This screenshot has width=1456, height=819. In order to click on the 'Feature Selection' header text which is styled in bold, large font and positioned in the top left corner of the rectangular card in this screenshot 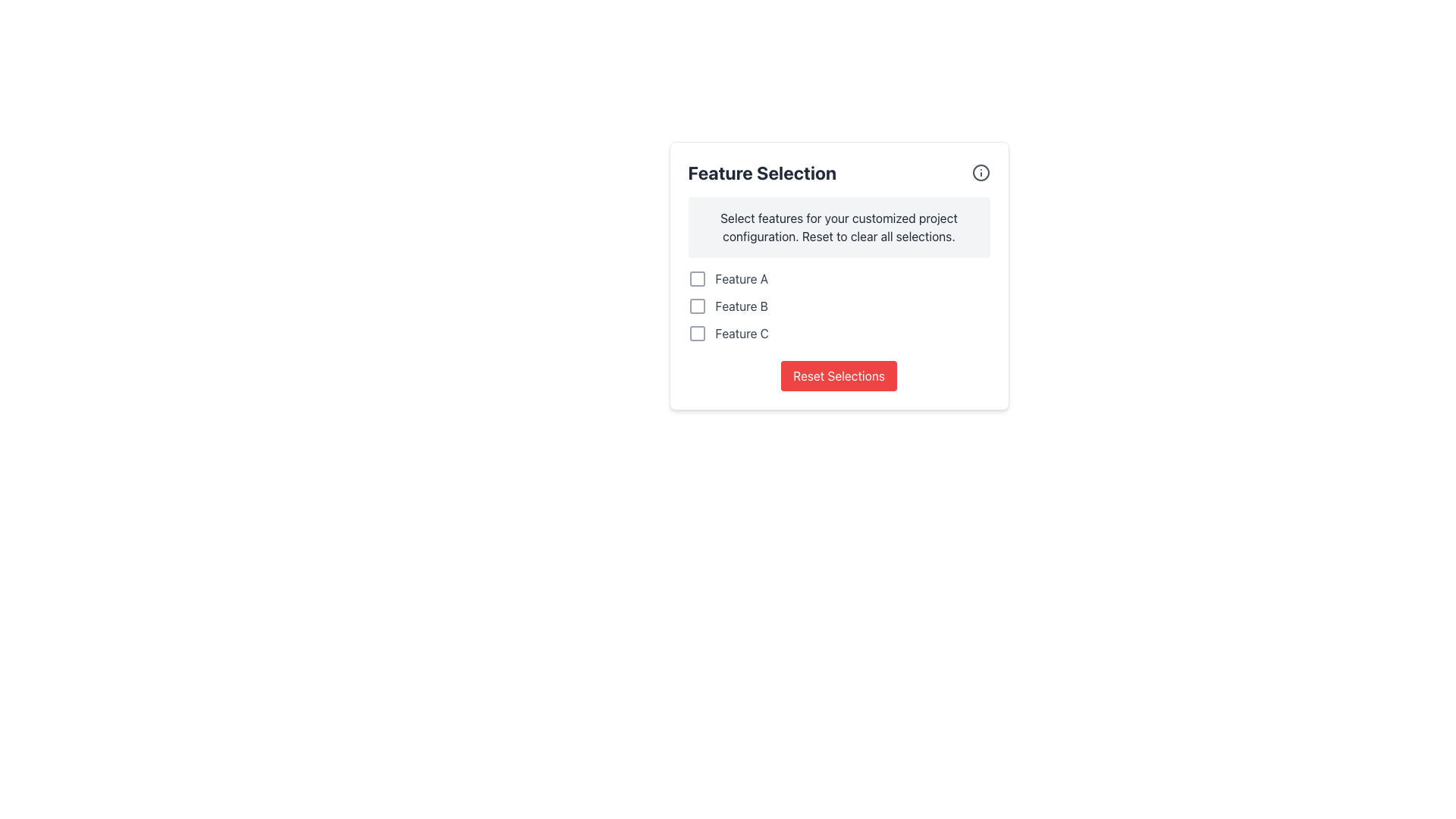, I will do `click(762, 171)`.